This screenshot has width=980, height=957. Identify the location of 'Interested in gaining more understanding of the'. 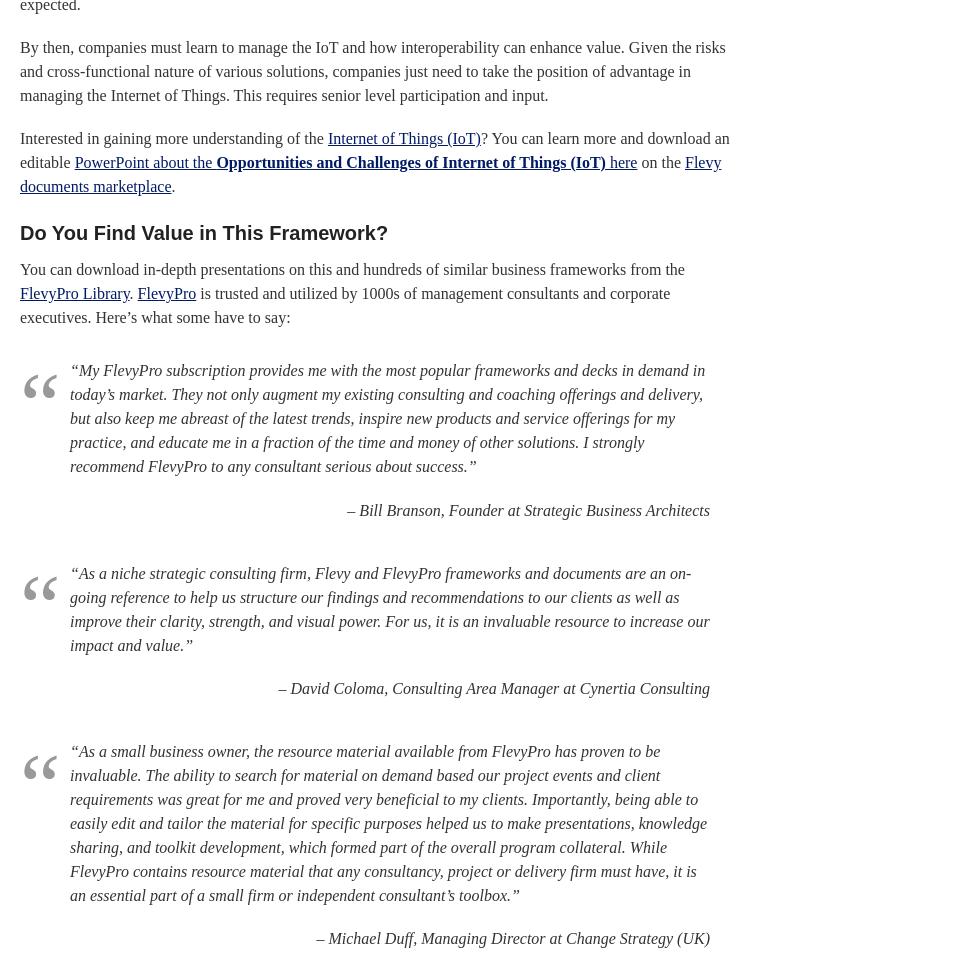
(173, 138).